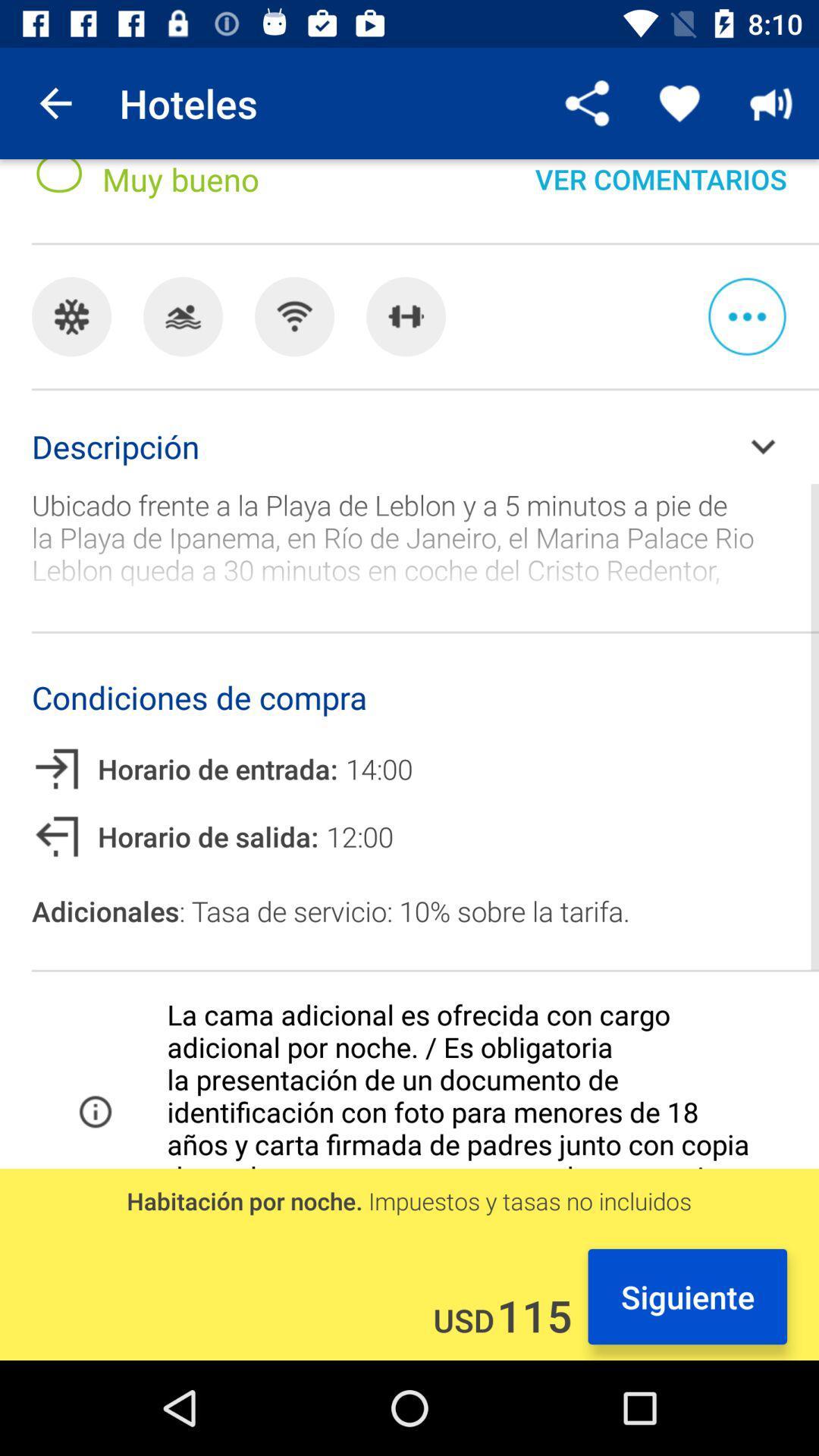 The width and height of the screenshot is (819, 1456). I want to click on icon above the 8, so click(55, 102).